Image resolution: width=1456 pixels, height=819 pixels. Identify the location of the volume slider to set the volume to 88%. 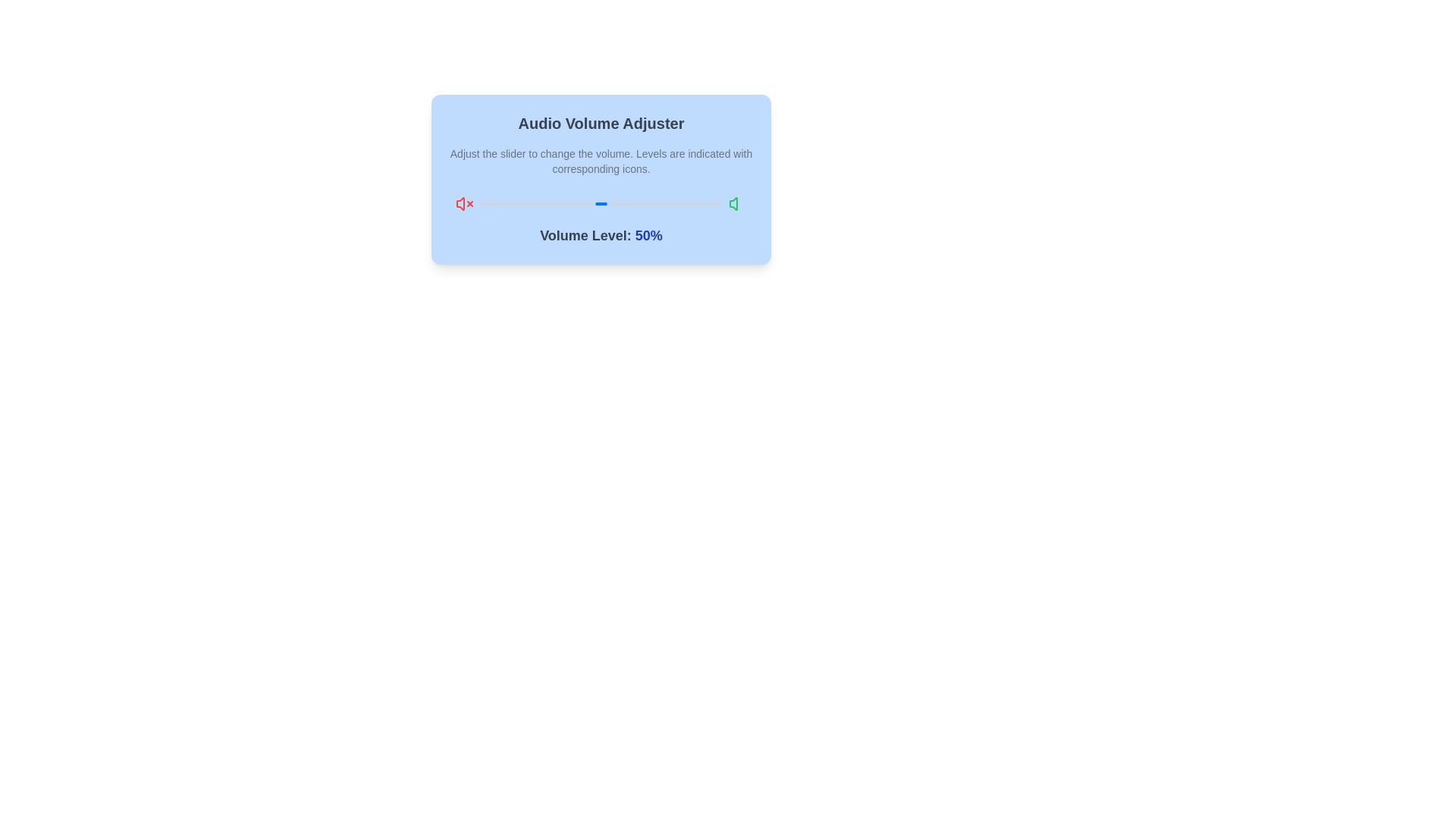
(692, 203).